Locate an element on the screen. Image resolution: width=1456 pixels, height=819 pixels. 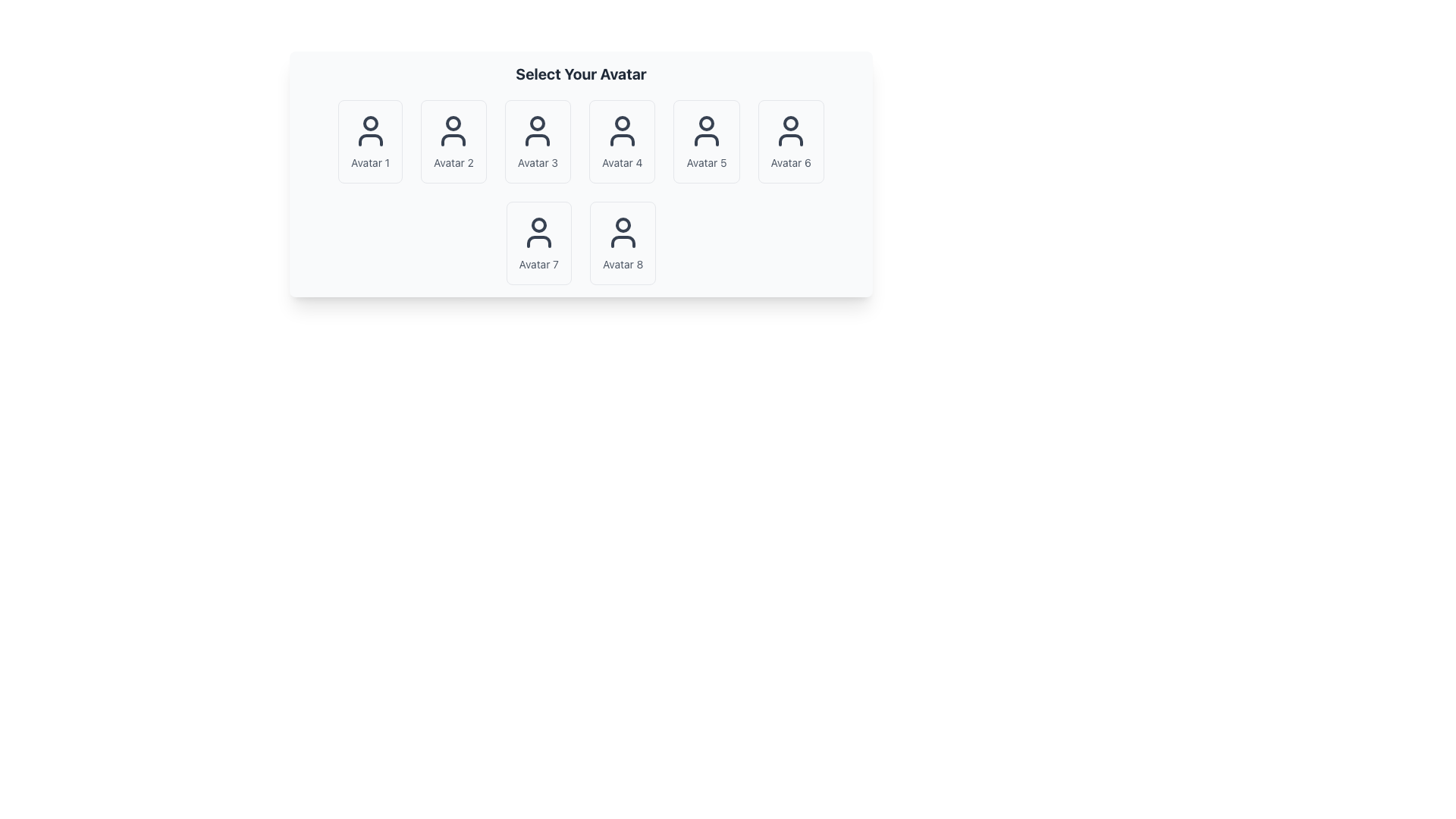
the selectable option tile for 'Avatar 7' located at the second row and first column in the grid layout is located at coordinates (538, 242).